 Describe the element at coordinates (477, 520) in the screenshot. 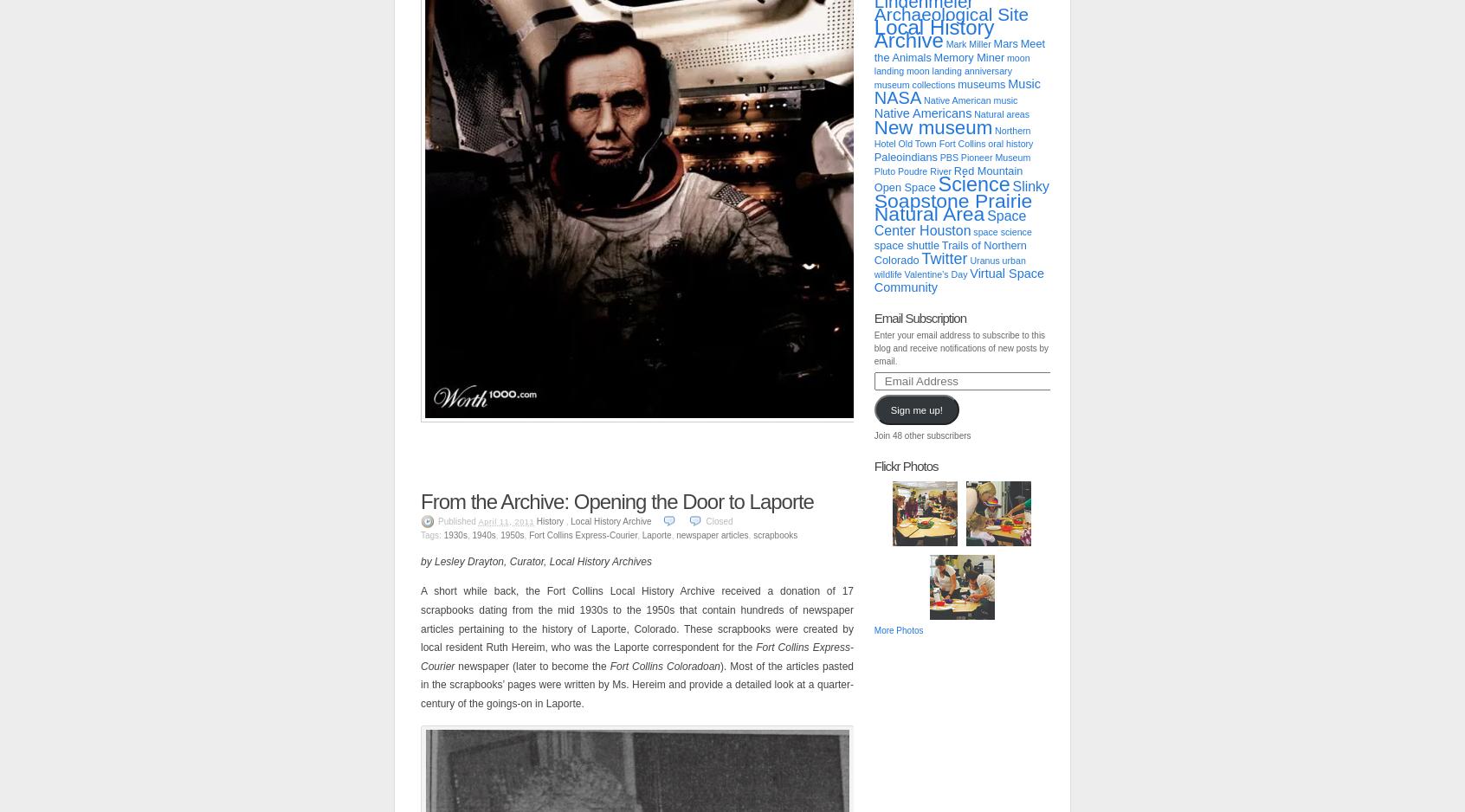

I see `'April 11, 2011'` at that location.